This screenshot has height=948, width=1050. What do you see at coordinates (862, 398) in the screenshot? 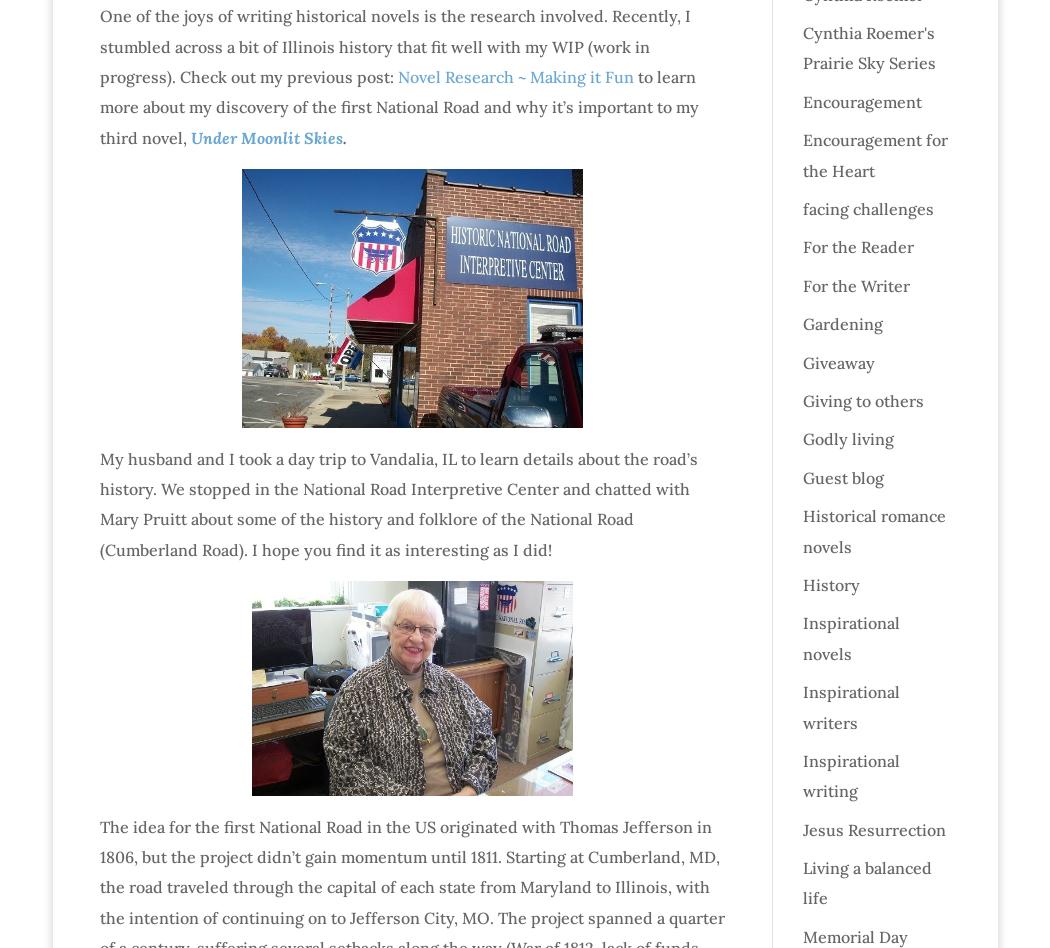
I see `'Giving to others'` at bounding box center [862, 398].